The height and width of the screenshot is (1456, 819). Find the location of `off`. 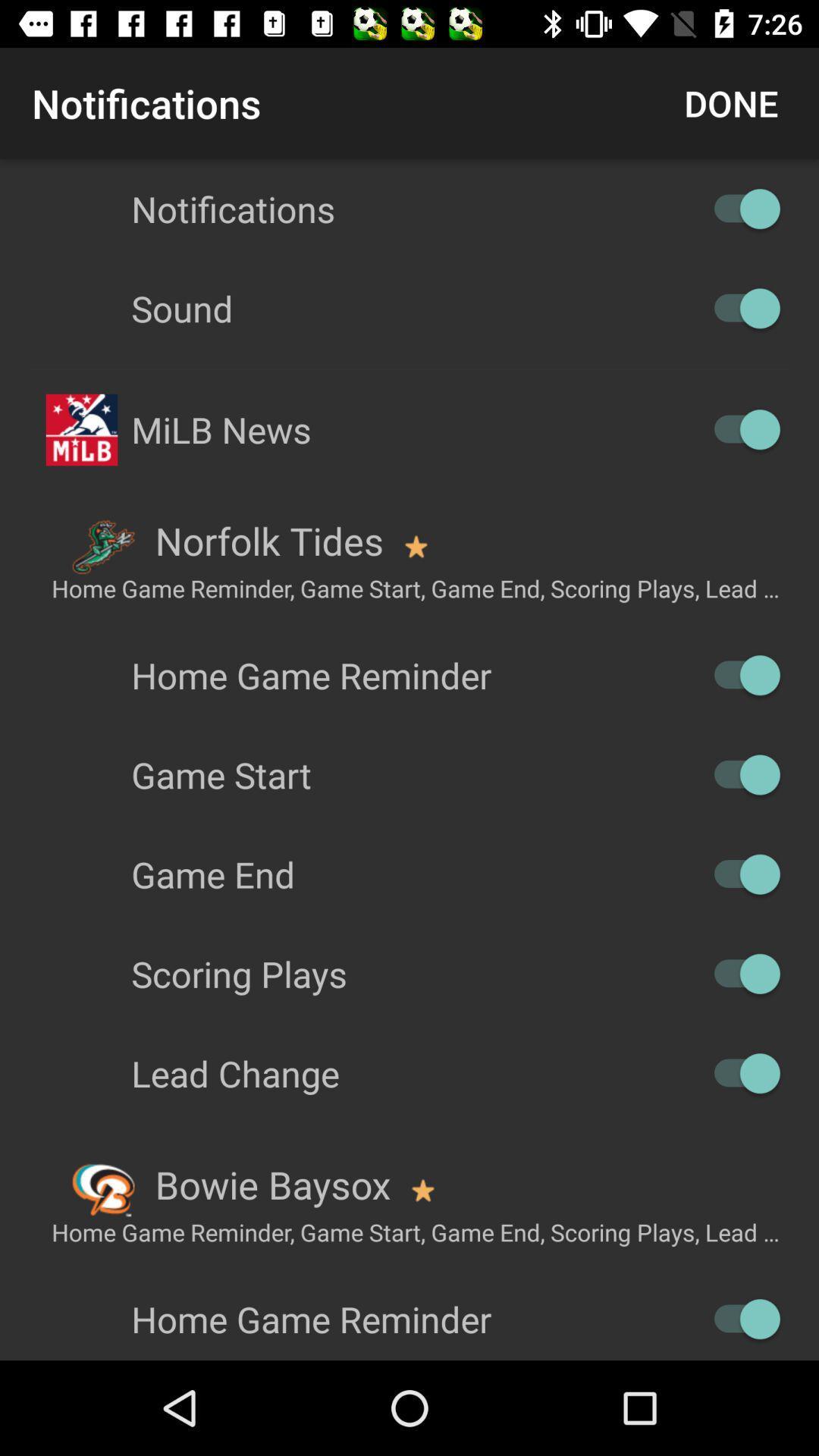

off is located at coordinates (739, 1318).